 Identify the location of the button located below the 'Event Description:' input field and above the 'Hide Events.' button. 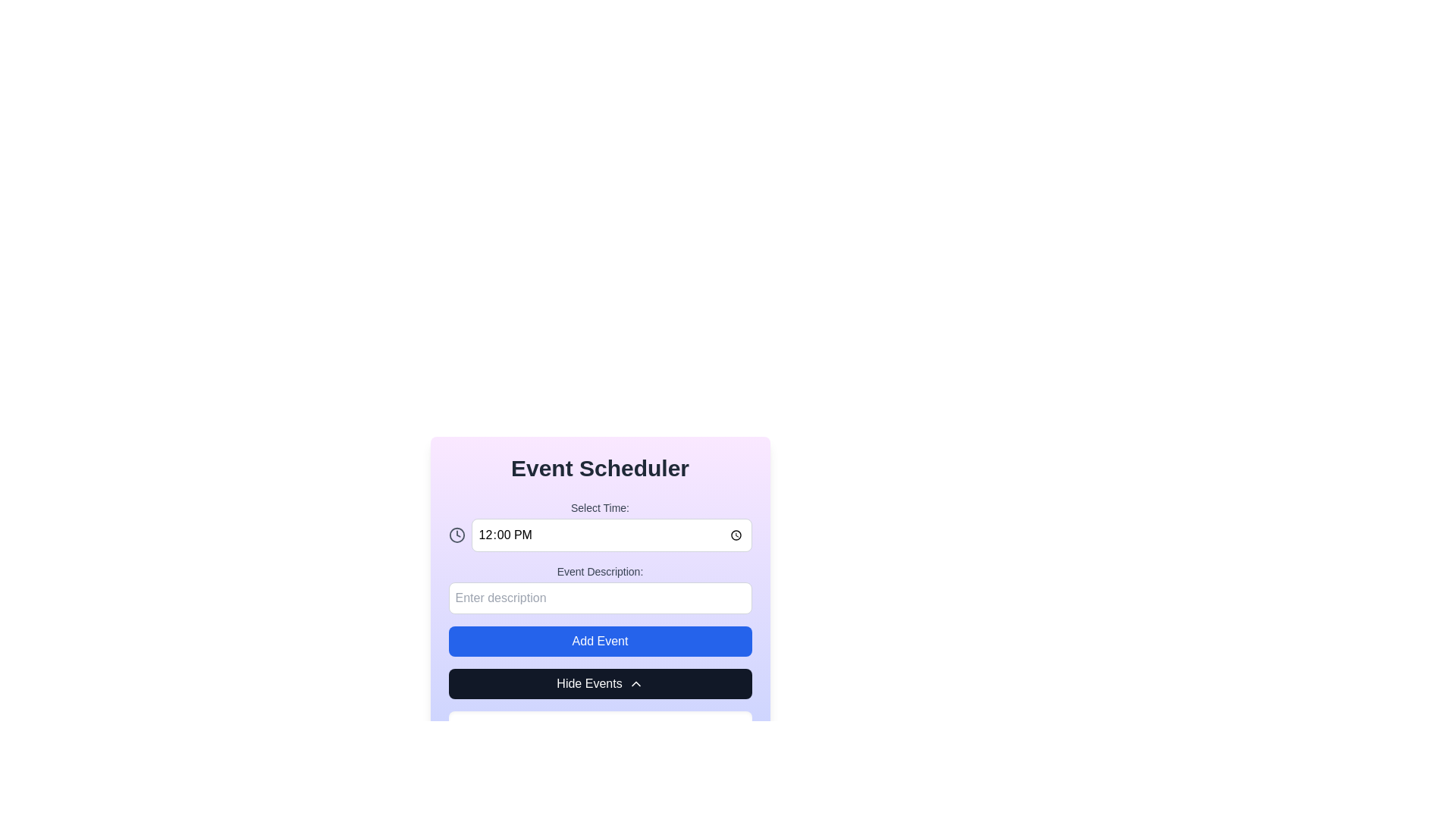
(599, 641).